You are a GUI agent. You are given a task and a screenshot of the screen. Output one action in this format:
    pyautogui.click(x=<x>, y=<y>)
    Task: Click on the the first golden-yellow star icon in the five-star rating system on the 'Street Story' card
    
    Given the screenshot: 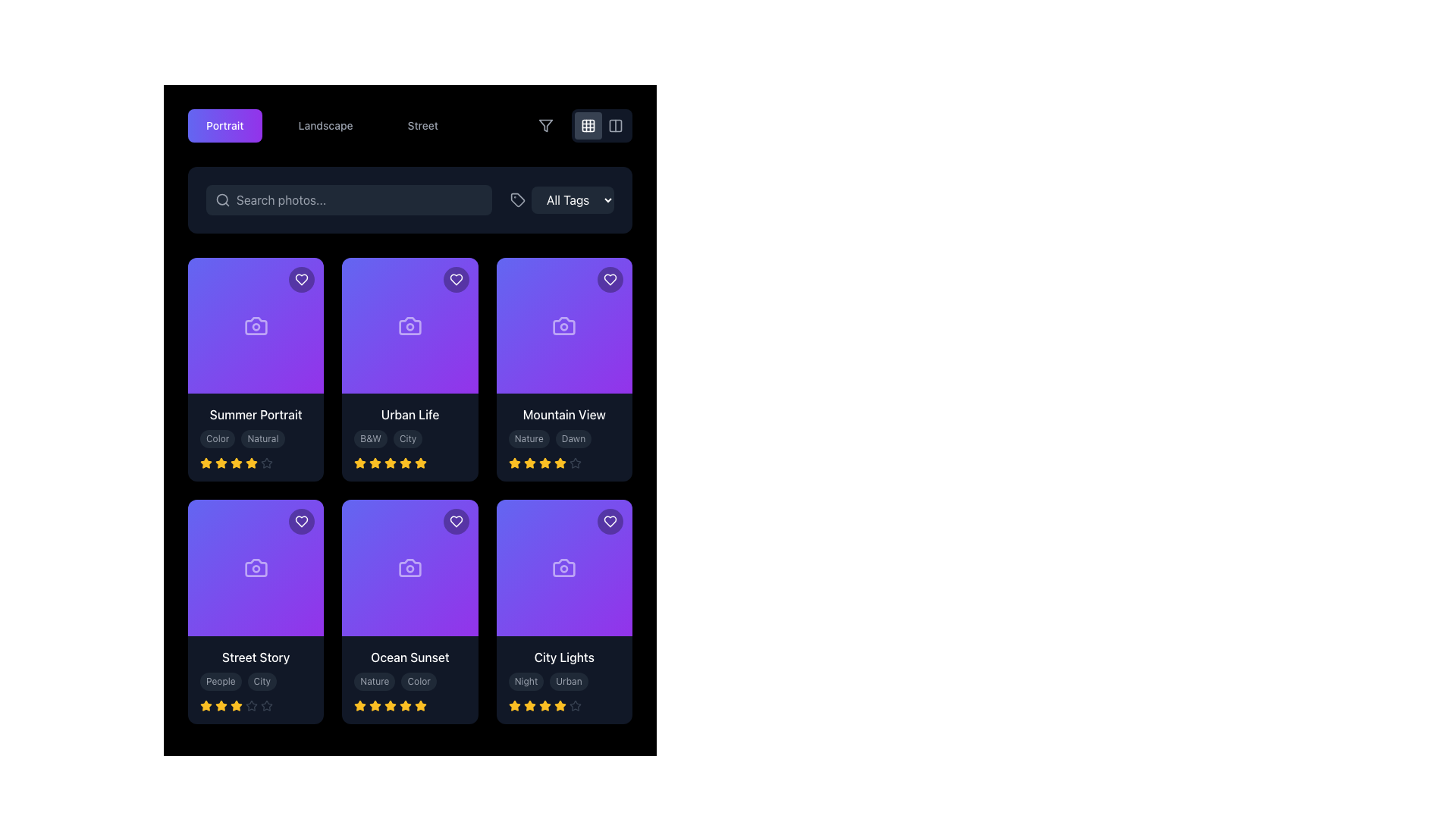 What is the action you would take?
    pyautogui.click(x=206, y=705)
    